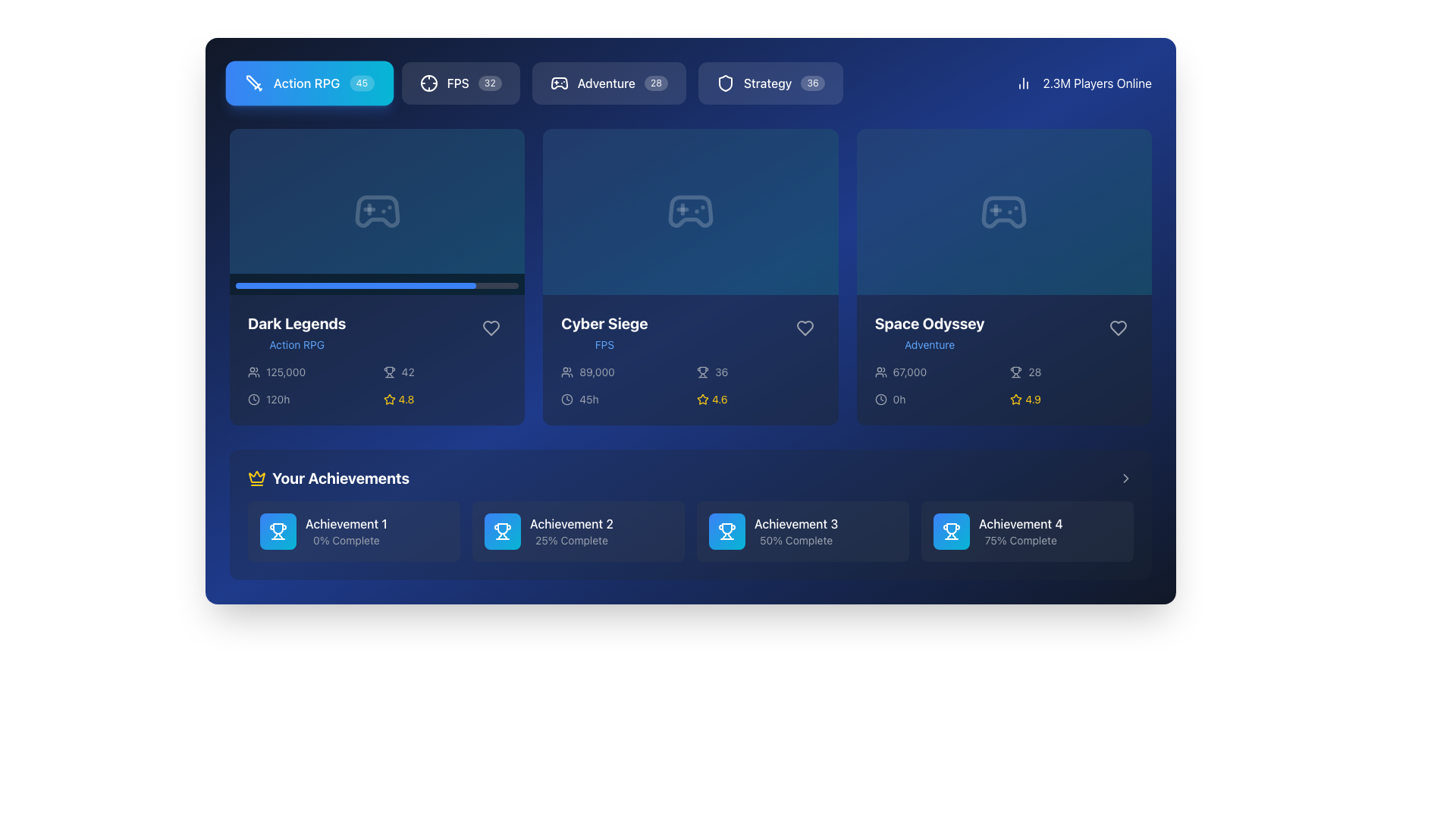  What do you see at coordinates (502, 531) in the screenshot?
I see `the trophy icon, which is an outline style white icon representing an achievement, located in the 'Your Achievements' section within the 'Achievement 2' card` at bounding box center [502, 531].